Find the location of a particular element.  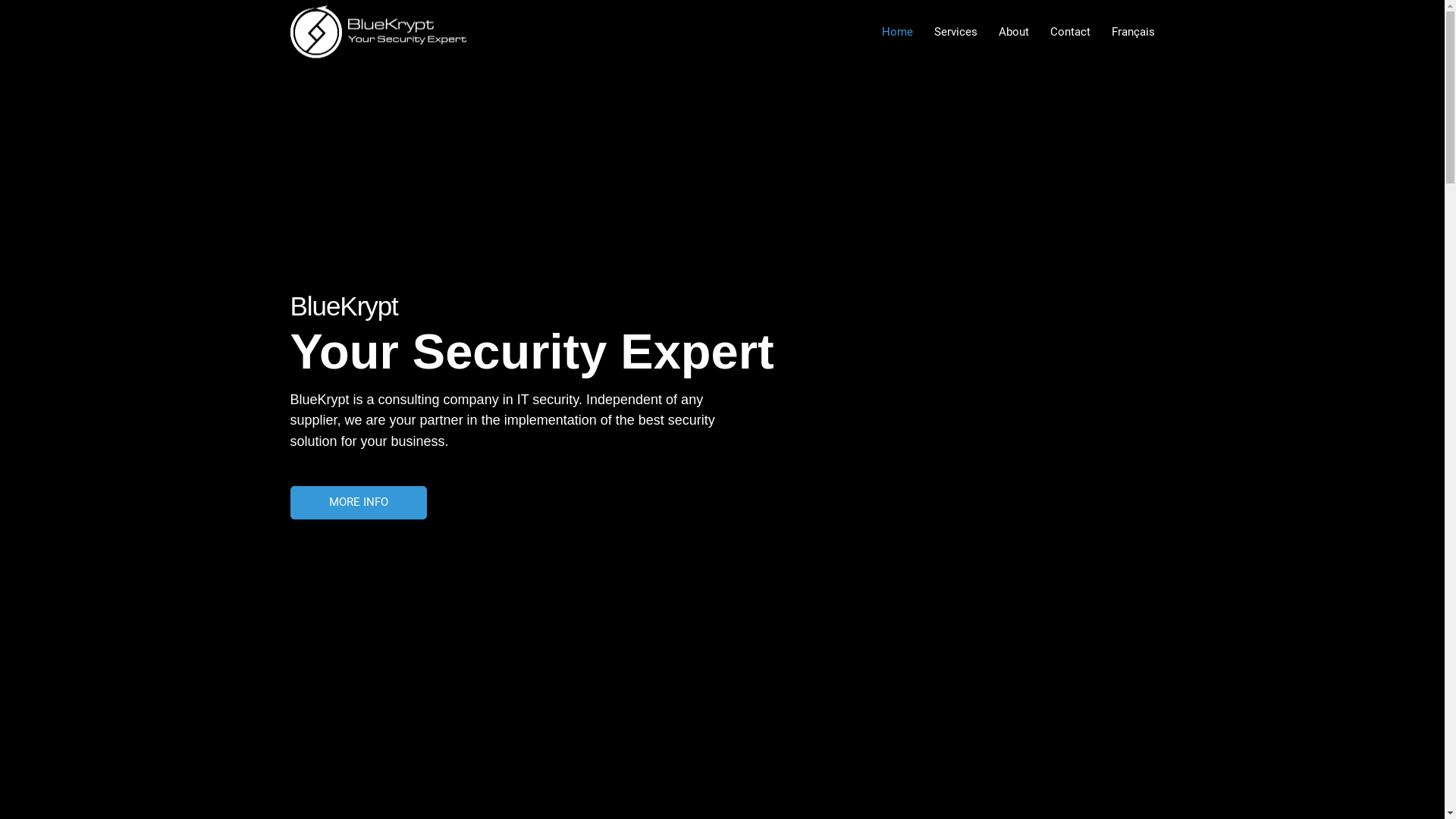

'Contact' is located at coordinates (1068, 32).